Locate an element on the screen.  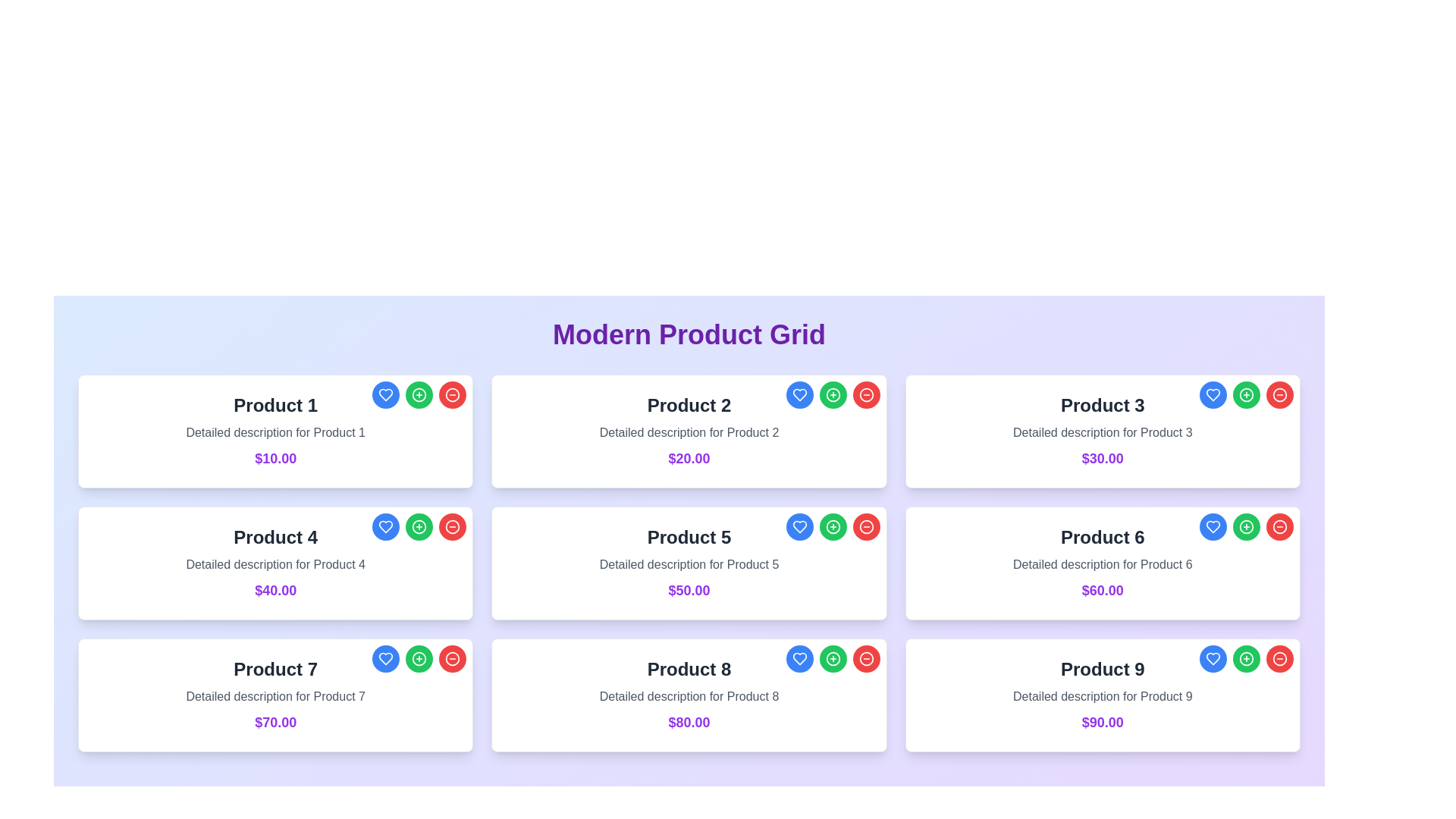
the text label displaying 'Product 4', which is styled with a large, bold font in dark gray, located in the upper left section of the middle row of the grid layout is located at coordinates (275, 537).